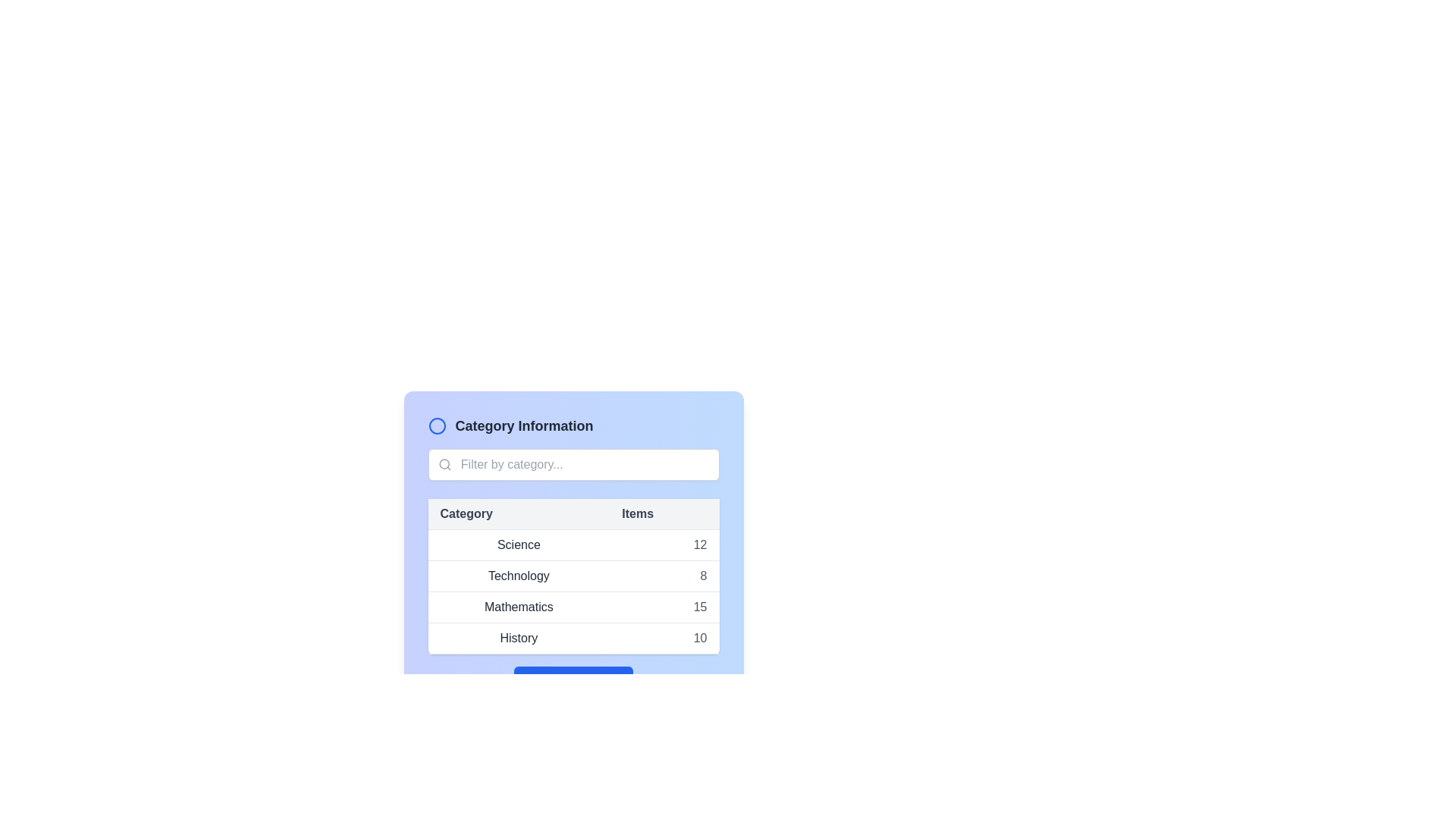  What do you see at coordinates (573, 679) in the screenshot?
I see `the button located at the bottom of the panel, below the table displaying categories and item counts` at bounding box center [573, 679].